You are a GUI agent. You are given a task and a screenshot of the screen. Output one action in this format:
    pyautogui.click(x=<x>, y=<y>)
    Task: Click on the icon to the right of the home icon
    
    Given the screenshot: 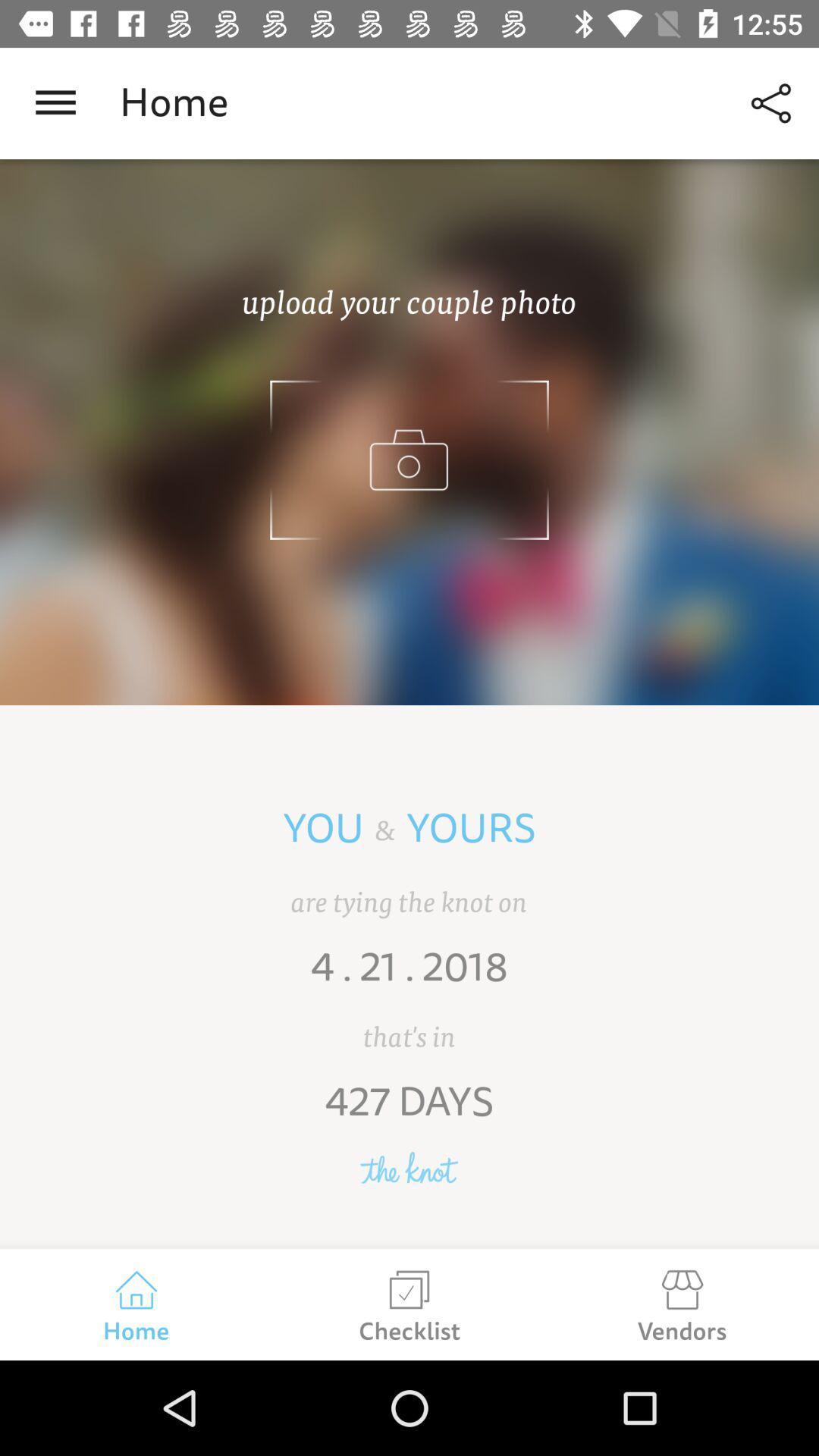 What is the action you would take?
    pyautogui.click(x=771, y=102)
    